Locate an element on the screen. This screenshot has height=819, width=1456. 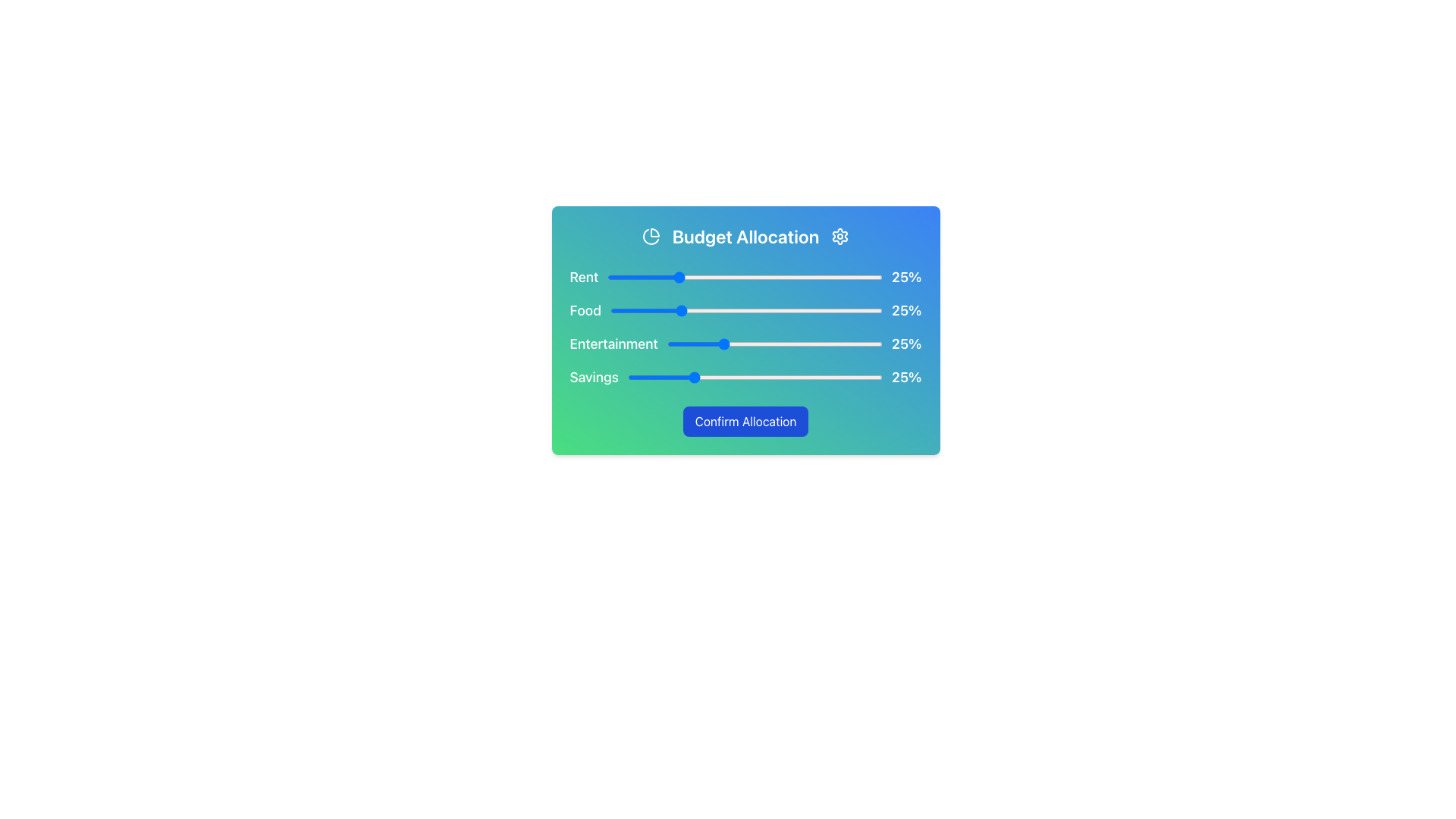
the Entertainment budget percentage is located at coordinates (740, 344).